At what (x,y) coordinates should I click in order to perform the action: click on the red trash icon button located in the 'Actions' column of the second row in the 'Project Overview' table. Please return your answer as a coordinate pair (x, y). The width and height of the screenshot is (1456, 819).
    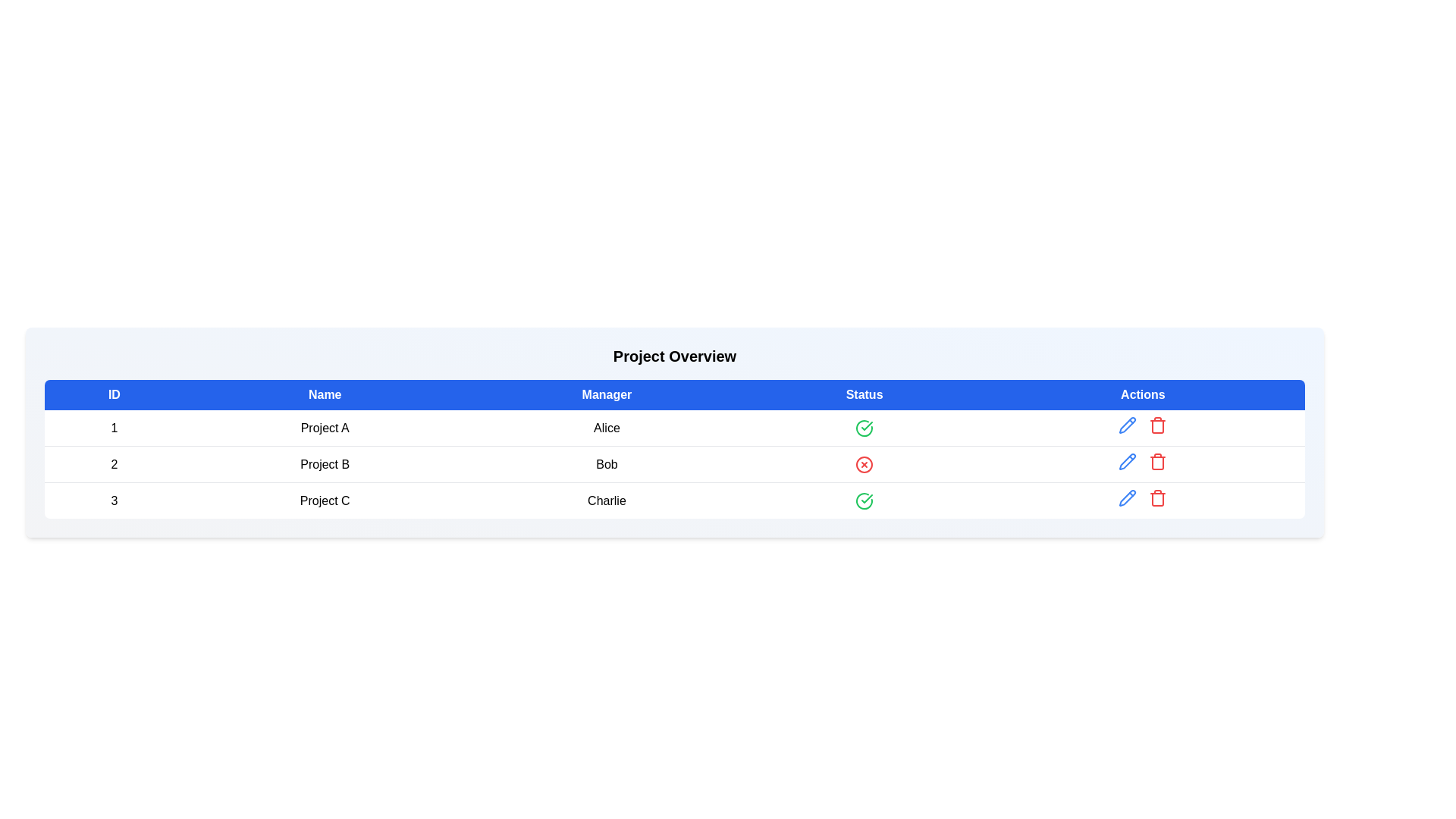
    Looking at the image, I should click on (1157, 425).